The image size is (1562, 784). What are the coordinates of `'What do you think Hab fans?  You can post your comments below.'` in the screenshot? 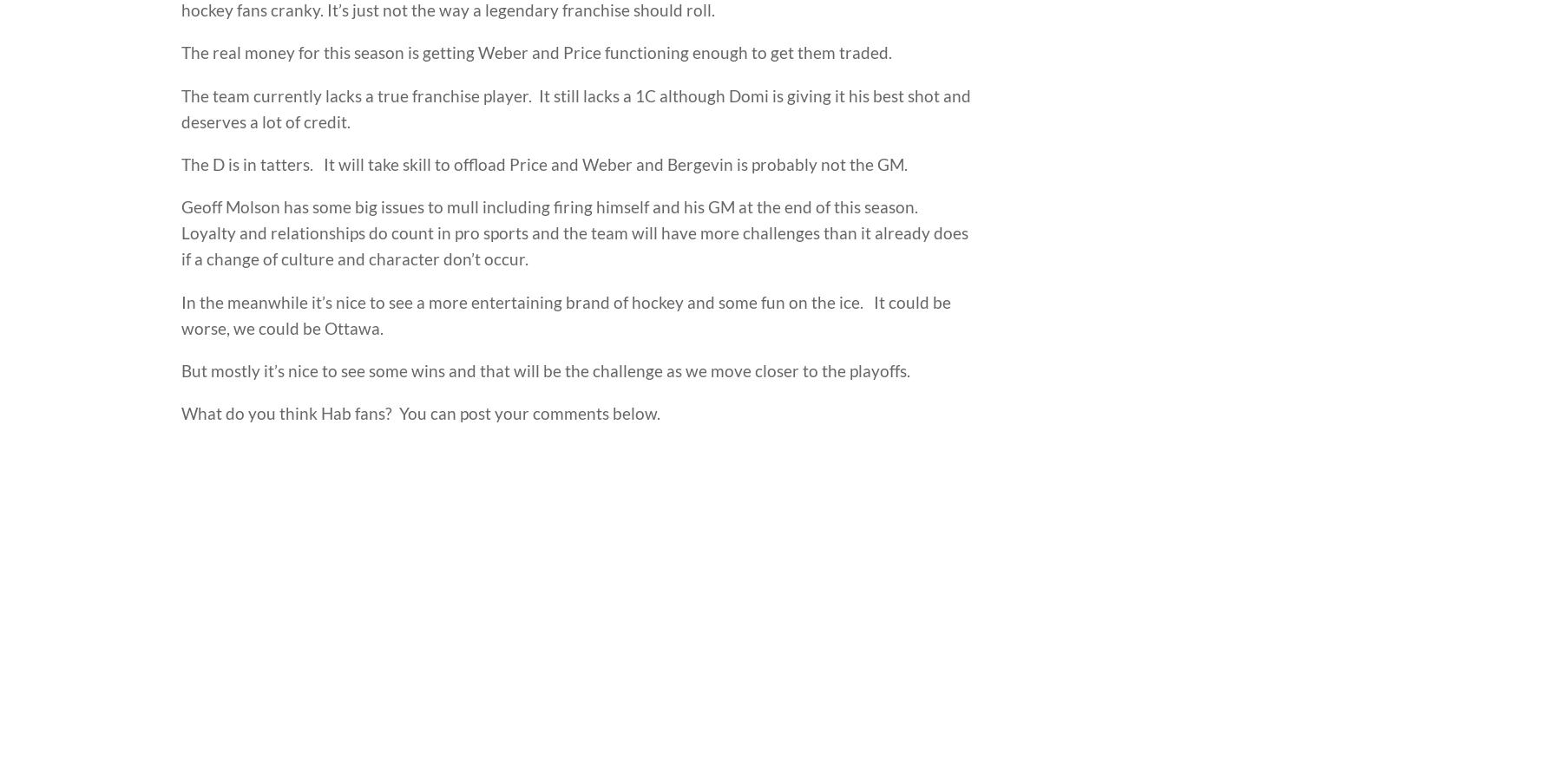 It's located at (419, 412).